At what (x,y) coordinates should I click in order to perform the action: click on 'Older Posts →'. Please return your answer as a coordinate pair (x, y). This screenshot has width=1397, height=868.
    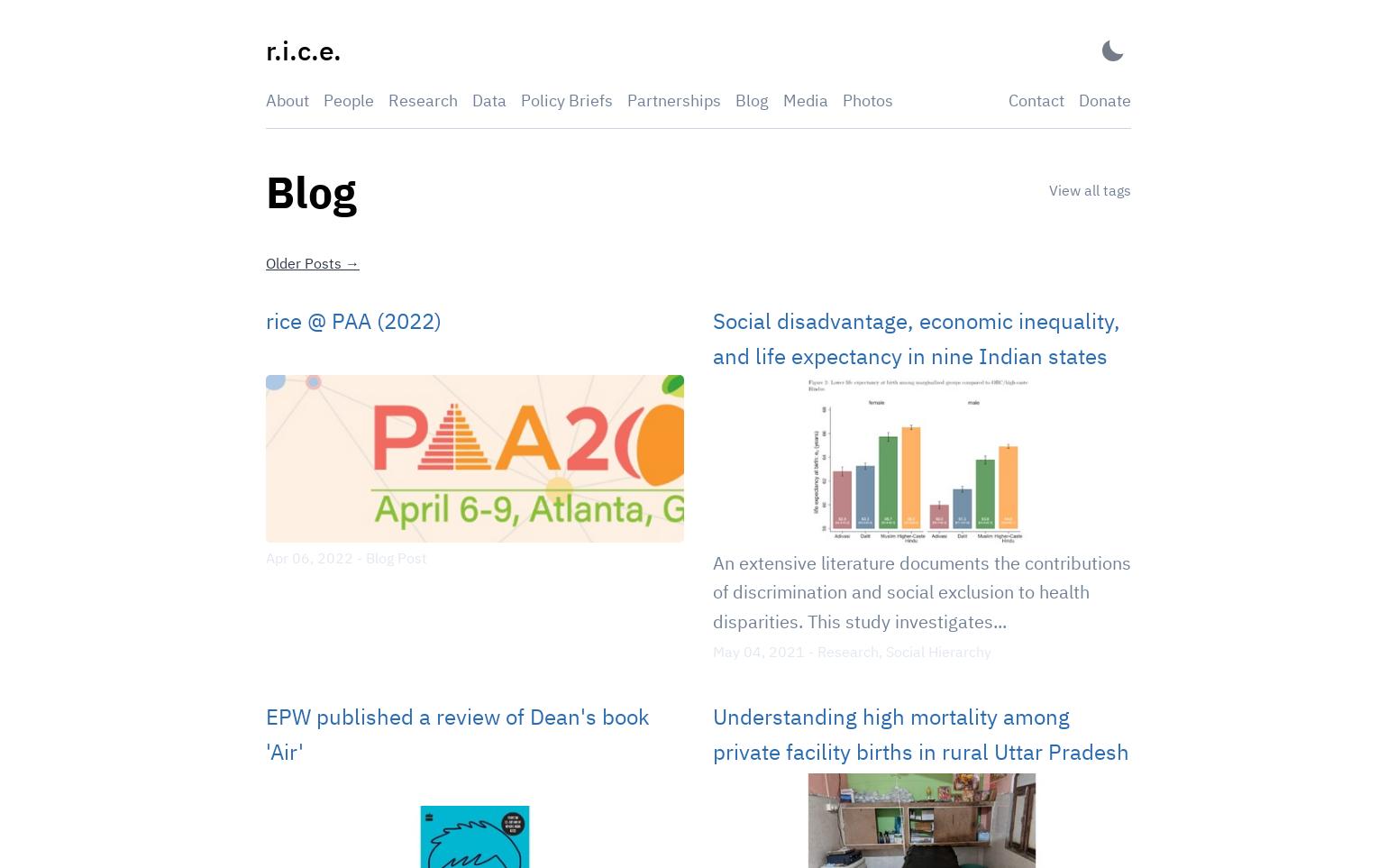
    Looking at the image, I should click on (312, 261).